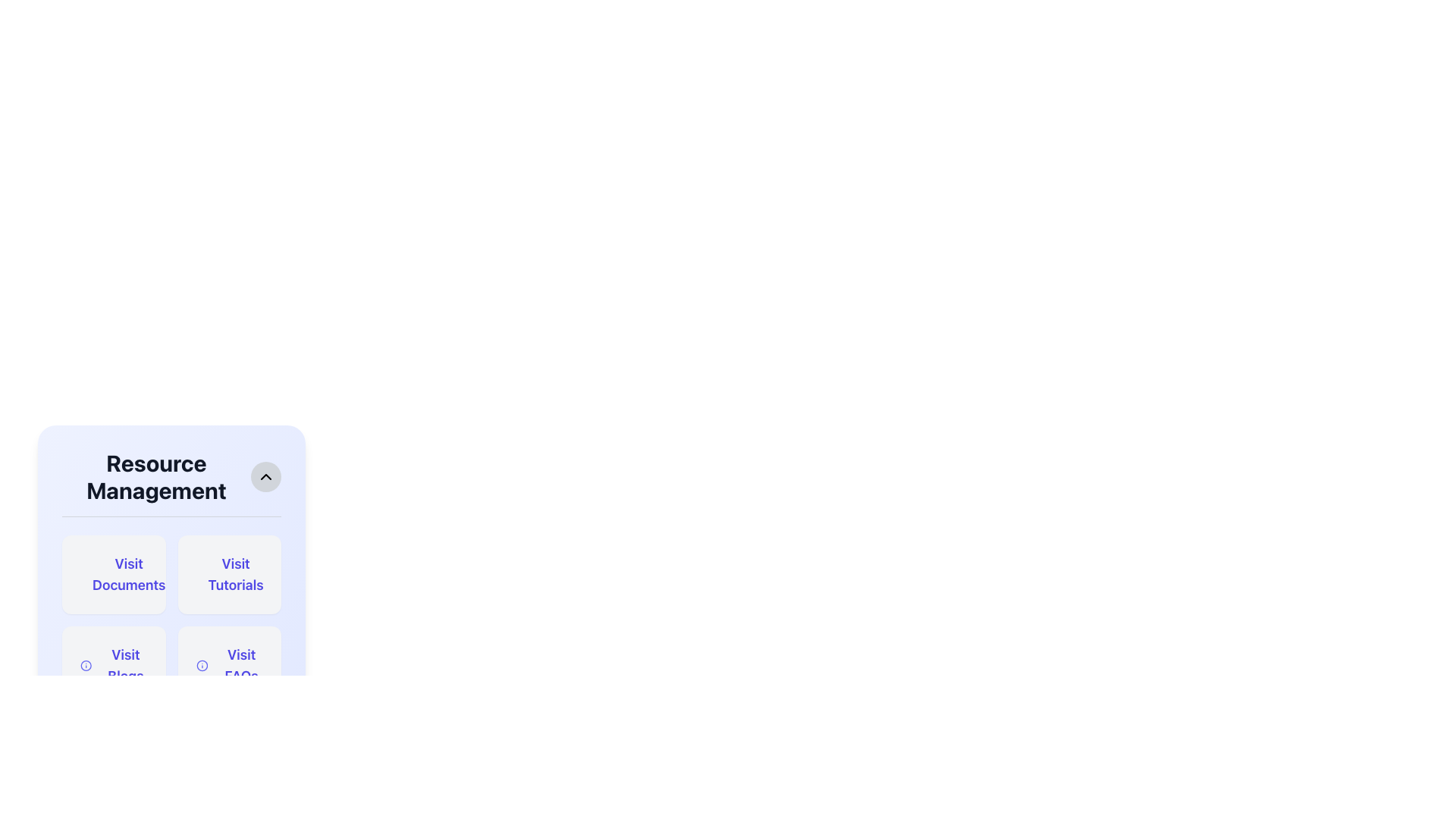 The height and width of the screenshot is (819, 1456). What do you see at coordinates (228, 575) in the screenshot?
I see `the 'Visit Tutorials' button, which is a rectangular button with a light gray background and bold indigo text` at bounding box center [228, 575].